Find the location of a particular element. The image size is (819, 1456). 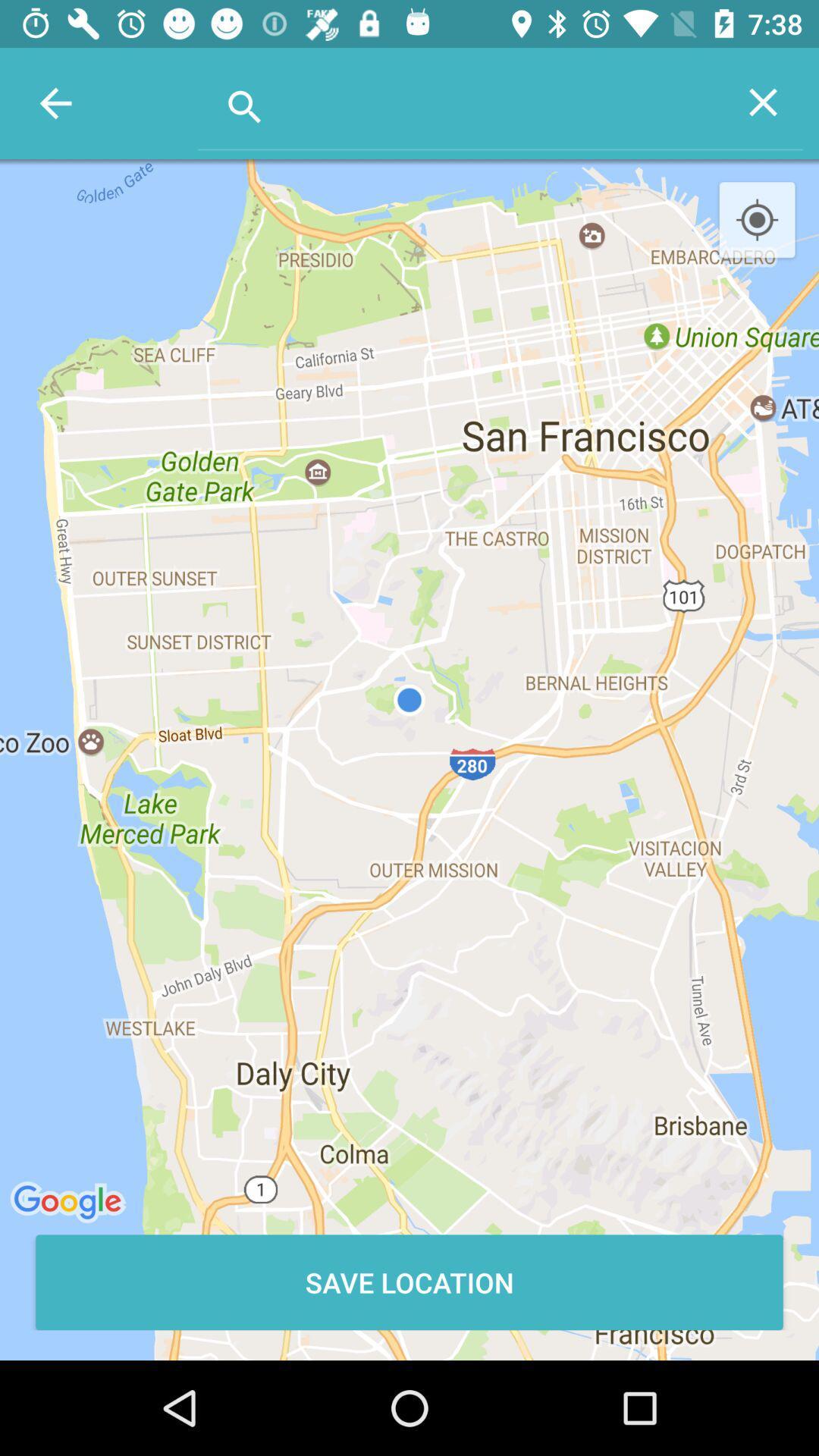

the save location item is located at coordinates (409, 1282).